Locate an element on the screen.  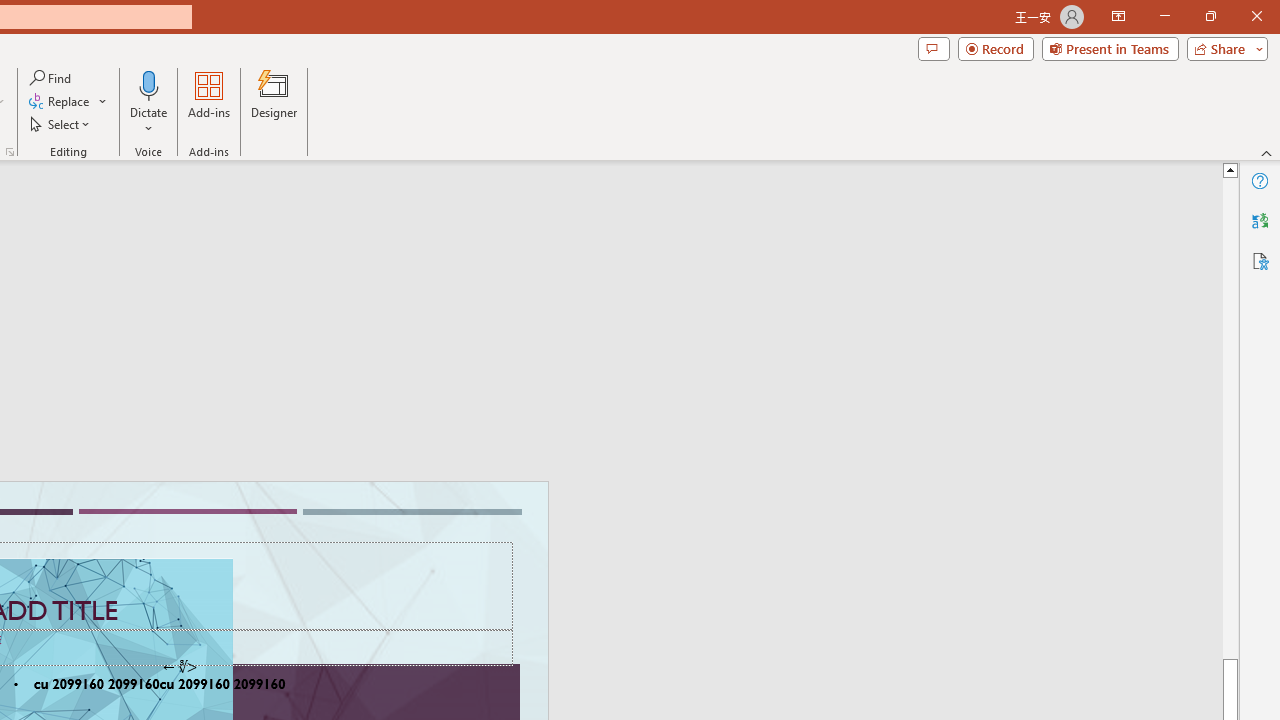
'More Options' is located at coordinates (148, 121).